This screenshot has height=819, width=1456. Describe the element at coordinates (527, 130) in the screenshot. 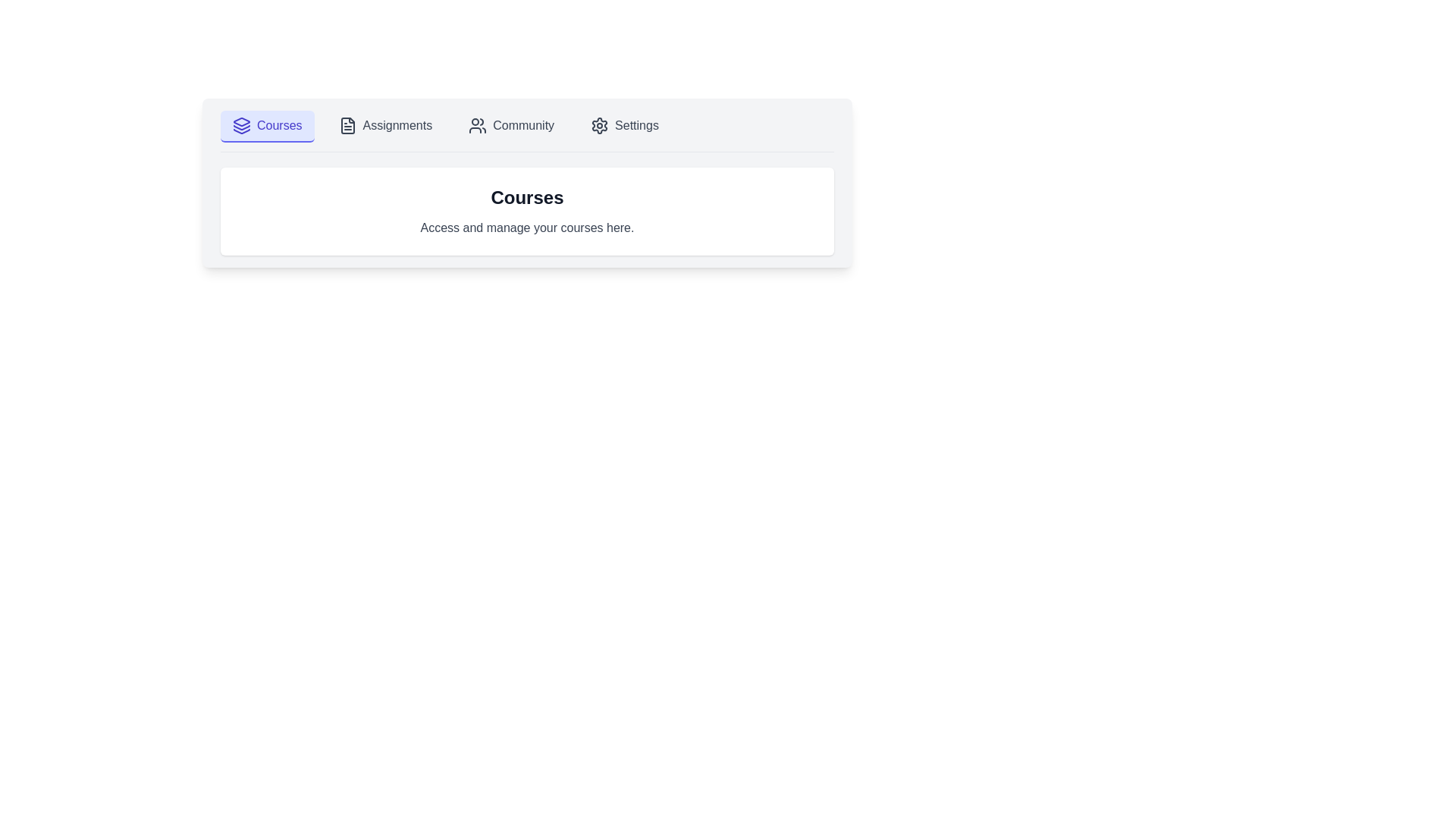

I see `the active 'Community' tab in the navigation bar` at that location.